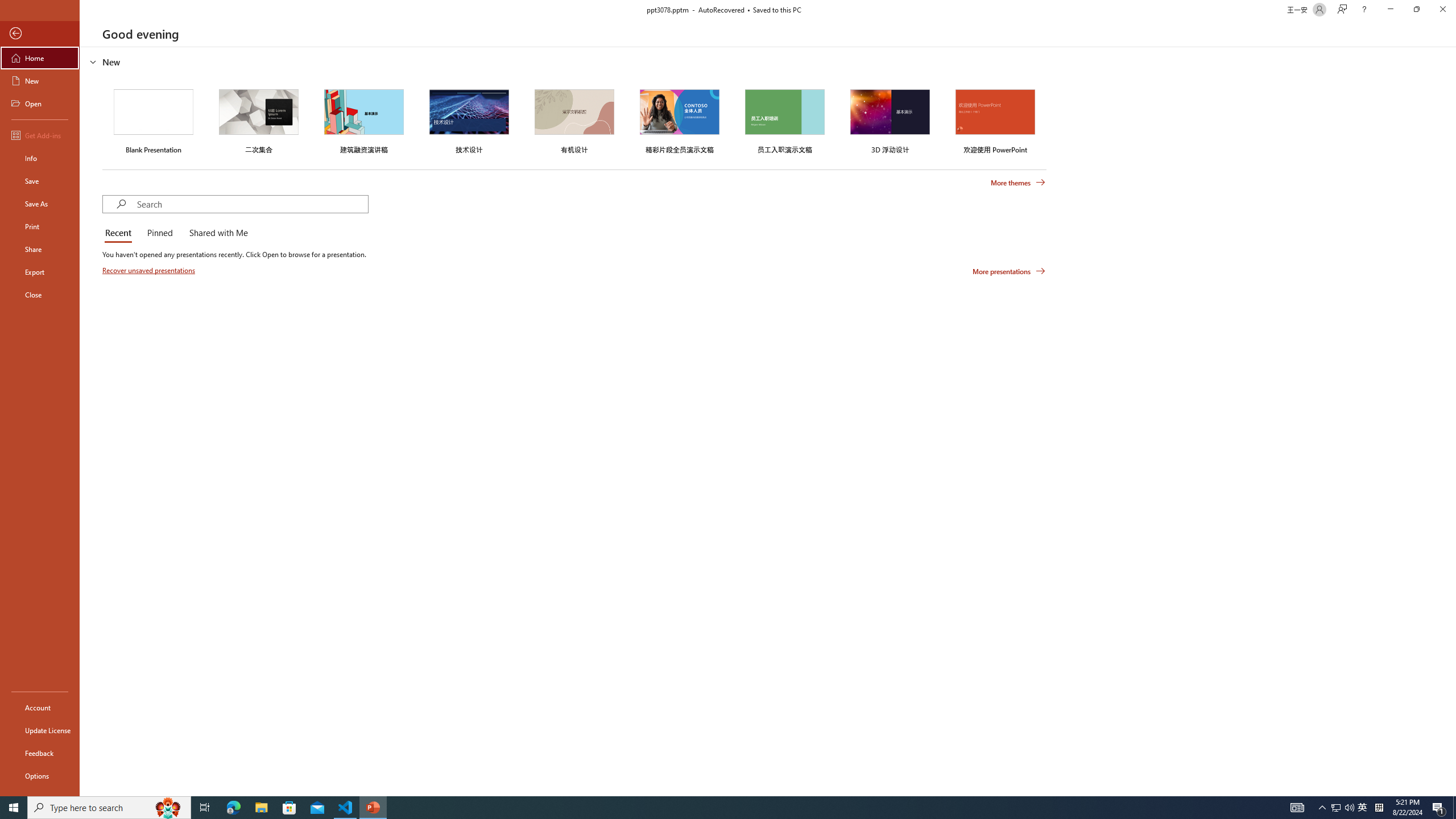 The image size is (1456, 819). Describe the element at coordinates (39, 135) in the screenshot. I see `'Get Add-ins'` at that location.